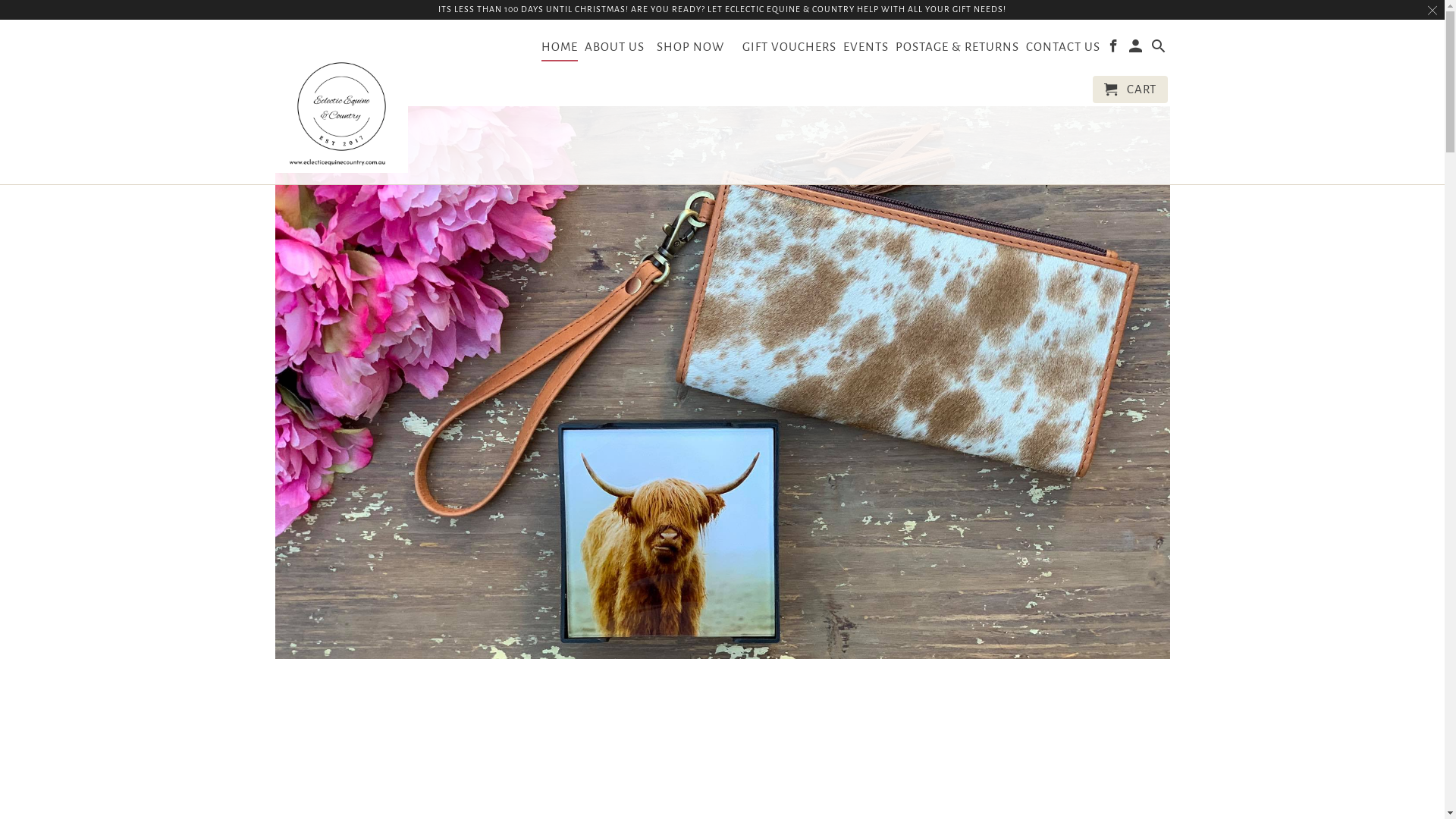 Image resolution: width=1456 pixels, height=819 pixels. Describe the element at coordinates (956, 49) in the screenshot. I see `'POSTAGE & RETURNS'` at that location.